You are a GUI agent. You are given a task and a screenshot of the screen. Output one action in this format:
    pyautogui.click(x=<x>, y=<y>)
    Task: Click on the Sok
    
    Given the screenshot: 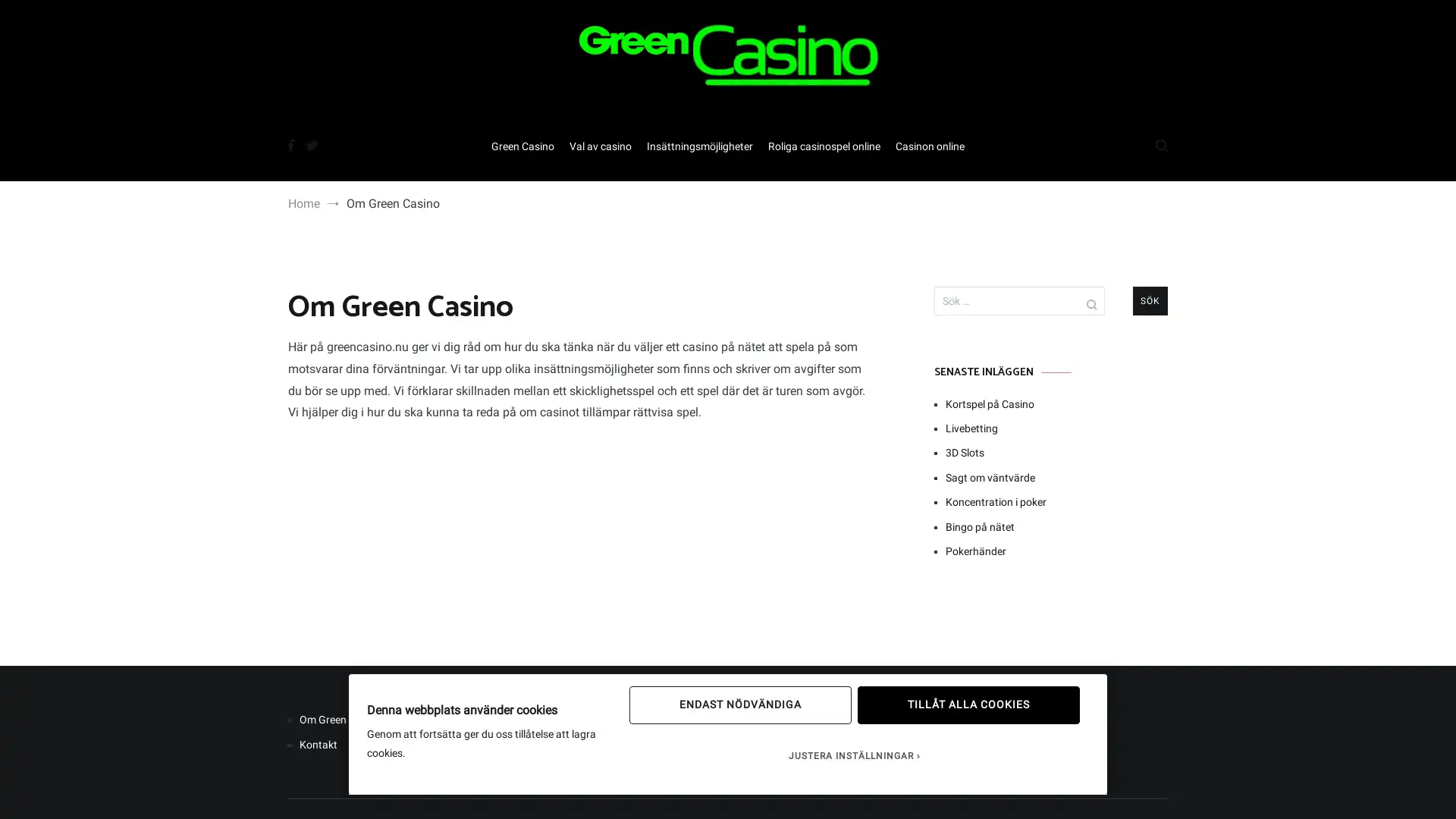 What is the action you would take?
    pyautogui.click(x=1150, y=301)
    